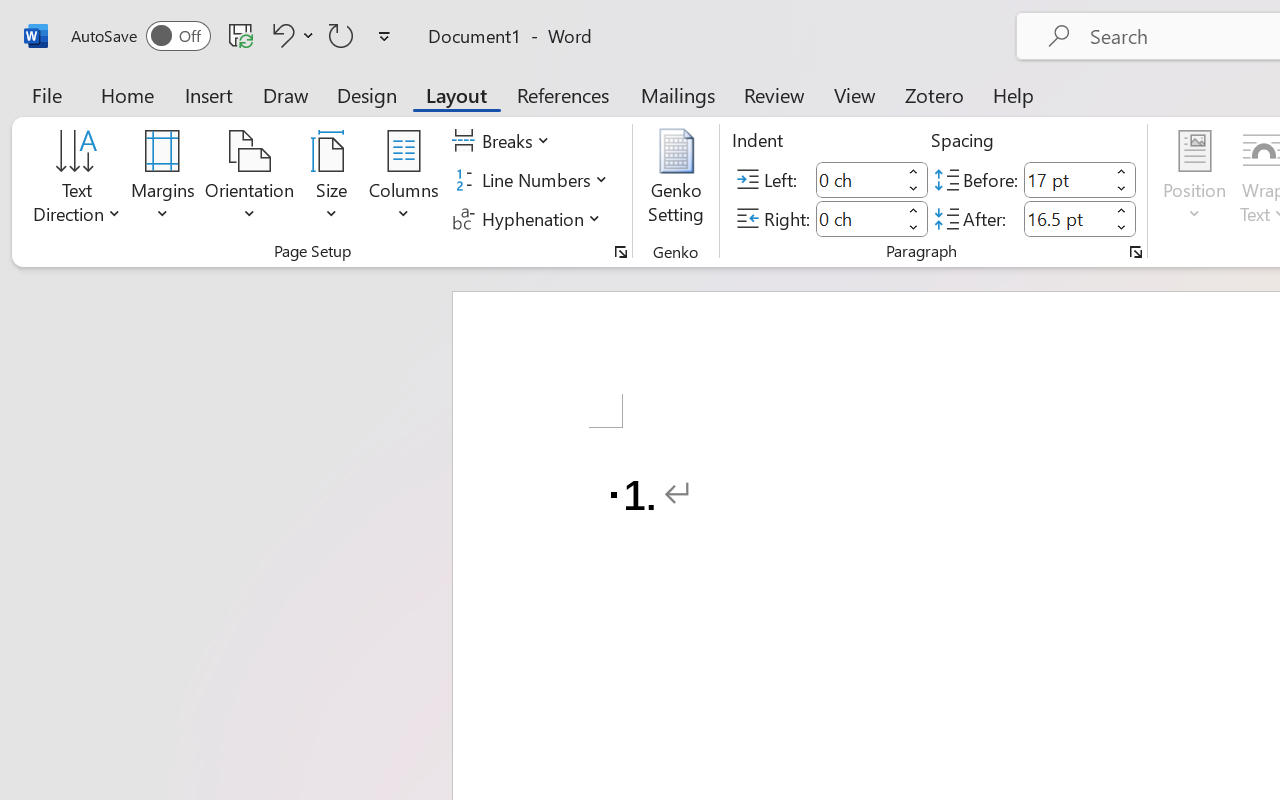 This screenshot has width=1280, height=800. I want to click on 'Breaks', so click(504, 141).